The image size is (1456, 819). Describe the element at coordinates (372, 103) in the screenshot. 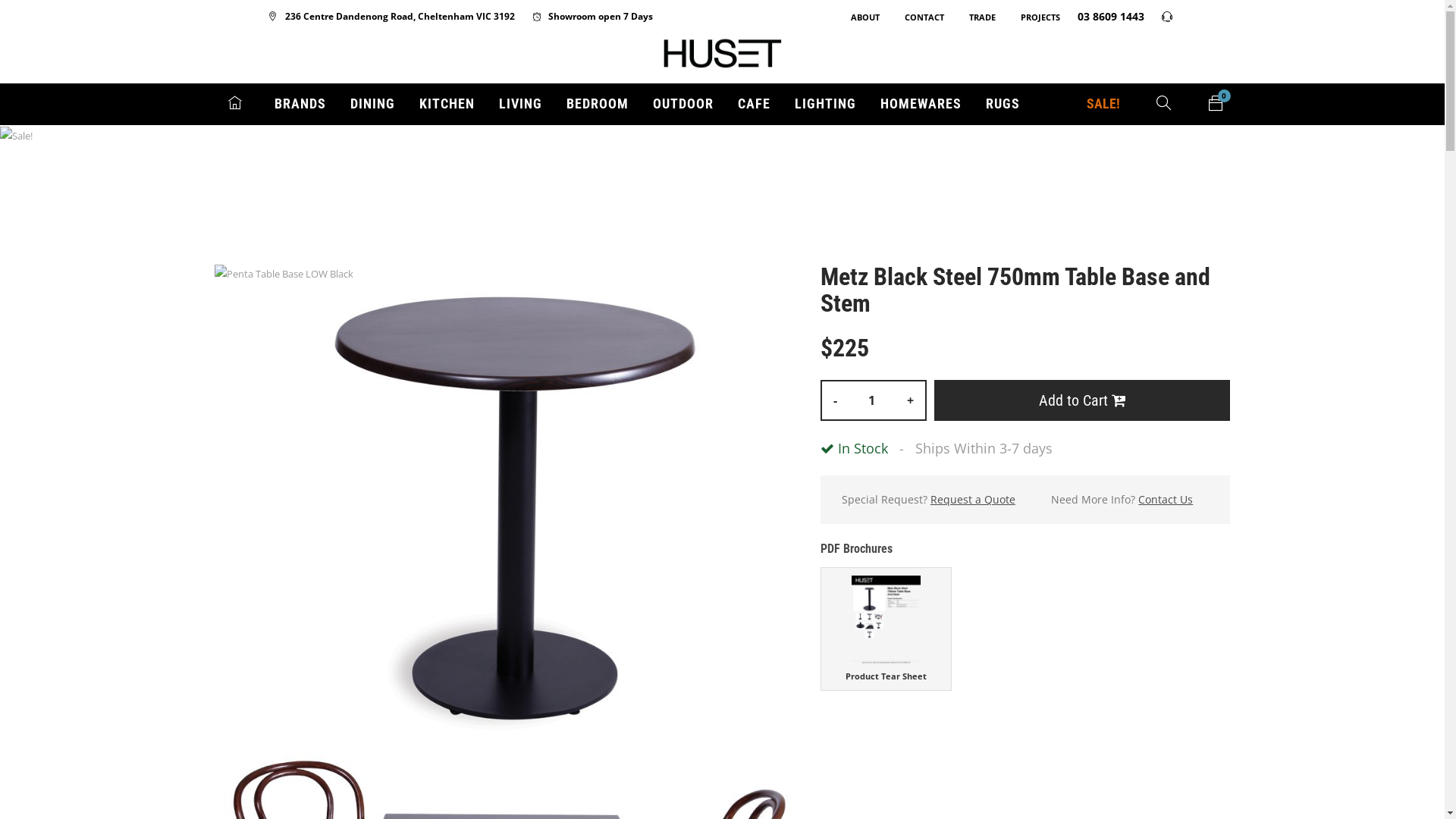

I see `'DINING'` at that location.